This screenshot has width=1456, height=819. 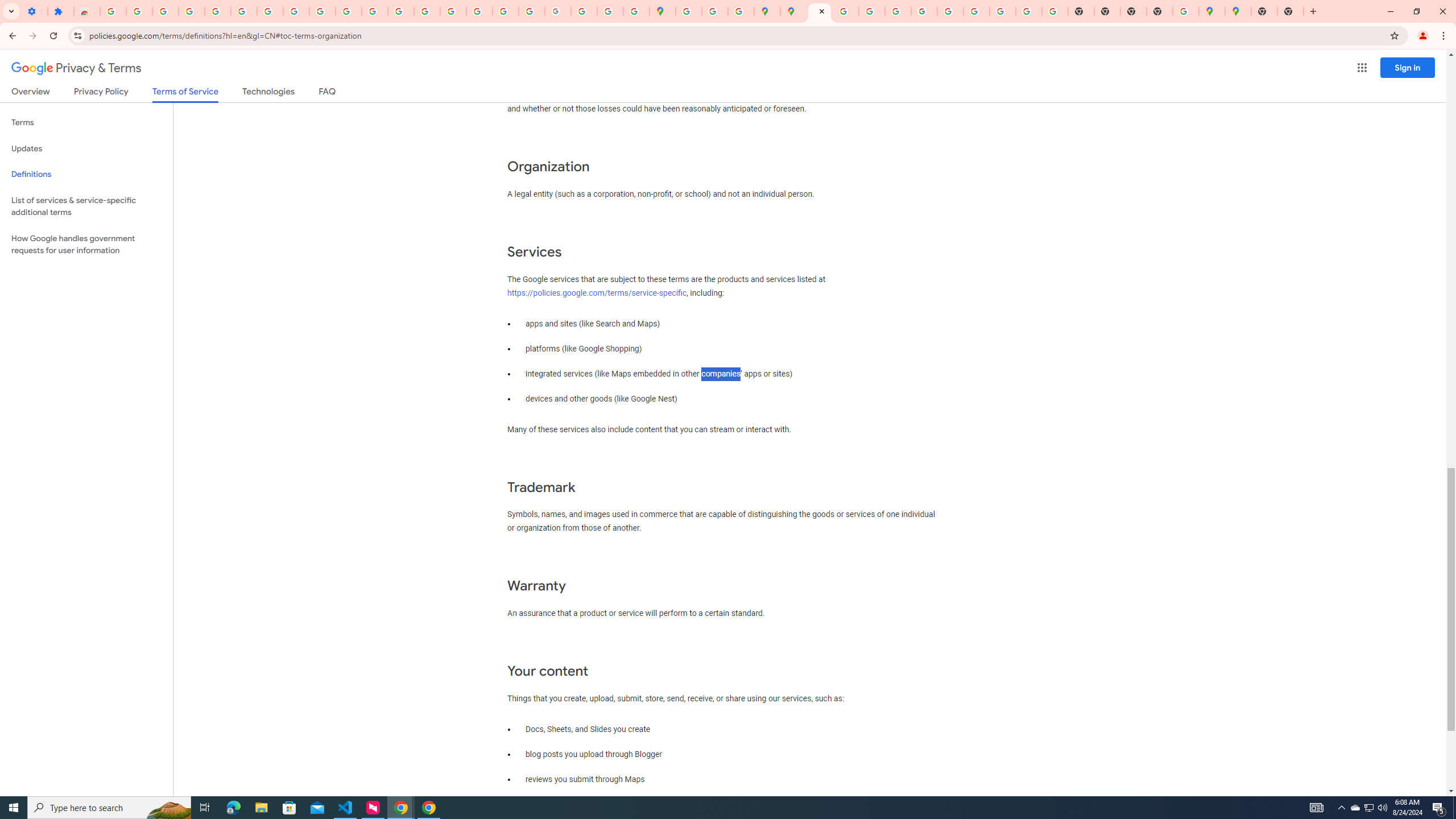 What do you see at coordinates (1238, 11) in the screenshot?
I see `'Google Maps'` at bounding box center [1238, 11].